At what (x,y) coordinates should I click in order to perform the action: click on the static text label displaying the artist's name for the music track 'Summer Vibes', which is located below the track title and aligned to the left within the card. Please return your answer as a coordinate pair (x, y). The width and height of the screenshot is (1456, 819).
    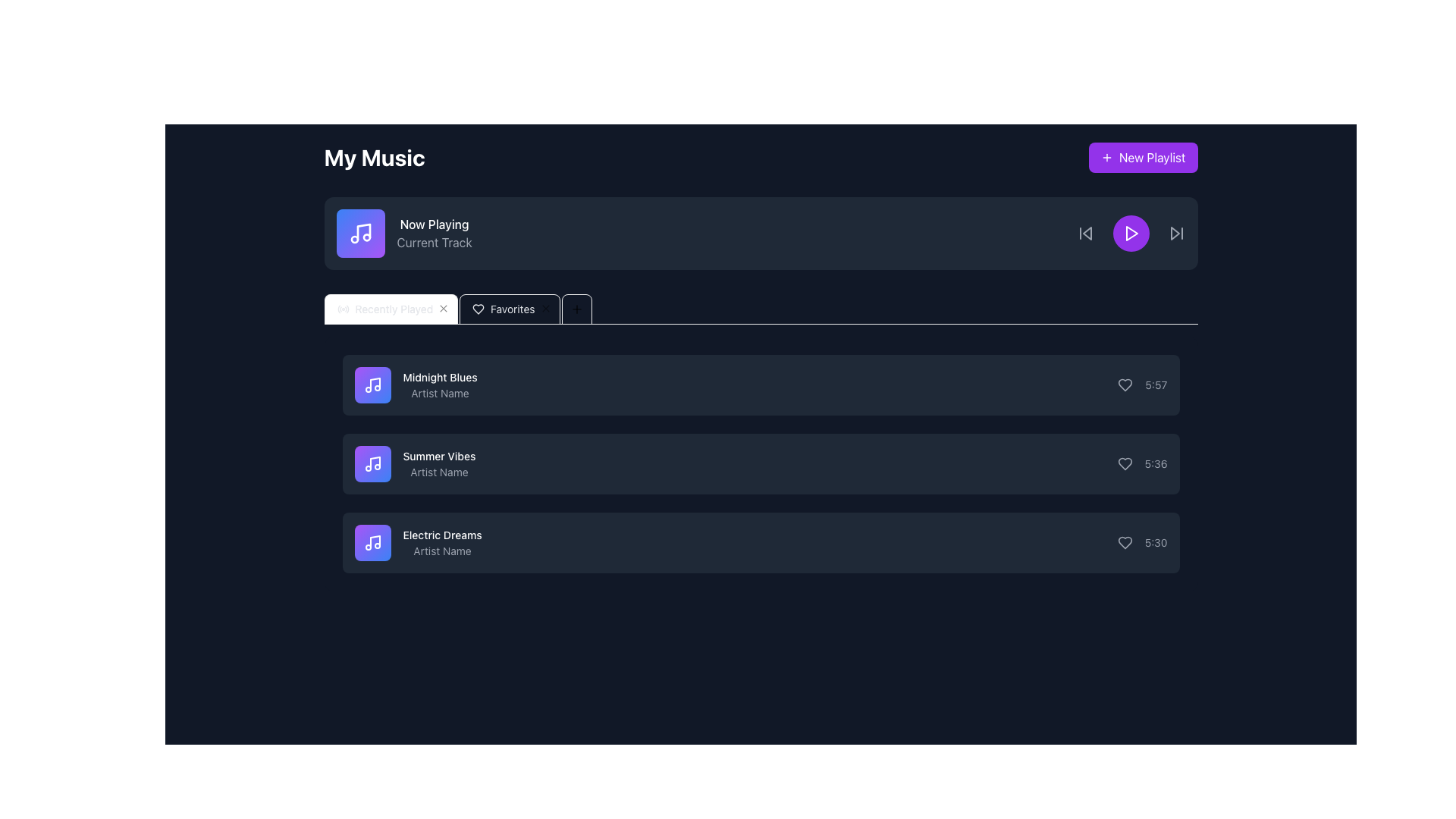
    Looking at the image, I should click on (438, 472).